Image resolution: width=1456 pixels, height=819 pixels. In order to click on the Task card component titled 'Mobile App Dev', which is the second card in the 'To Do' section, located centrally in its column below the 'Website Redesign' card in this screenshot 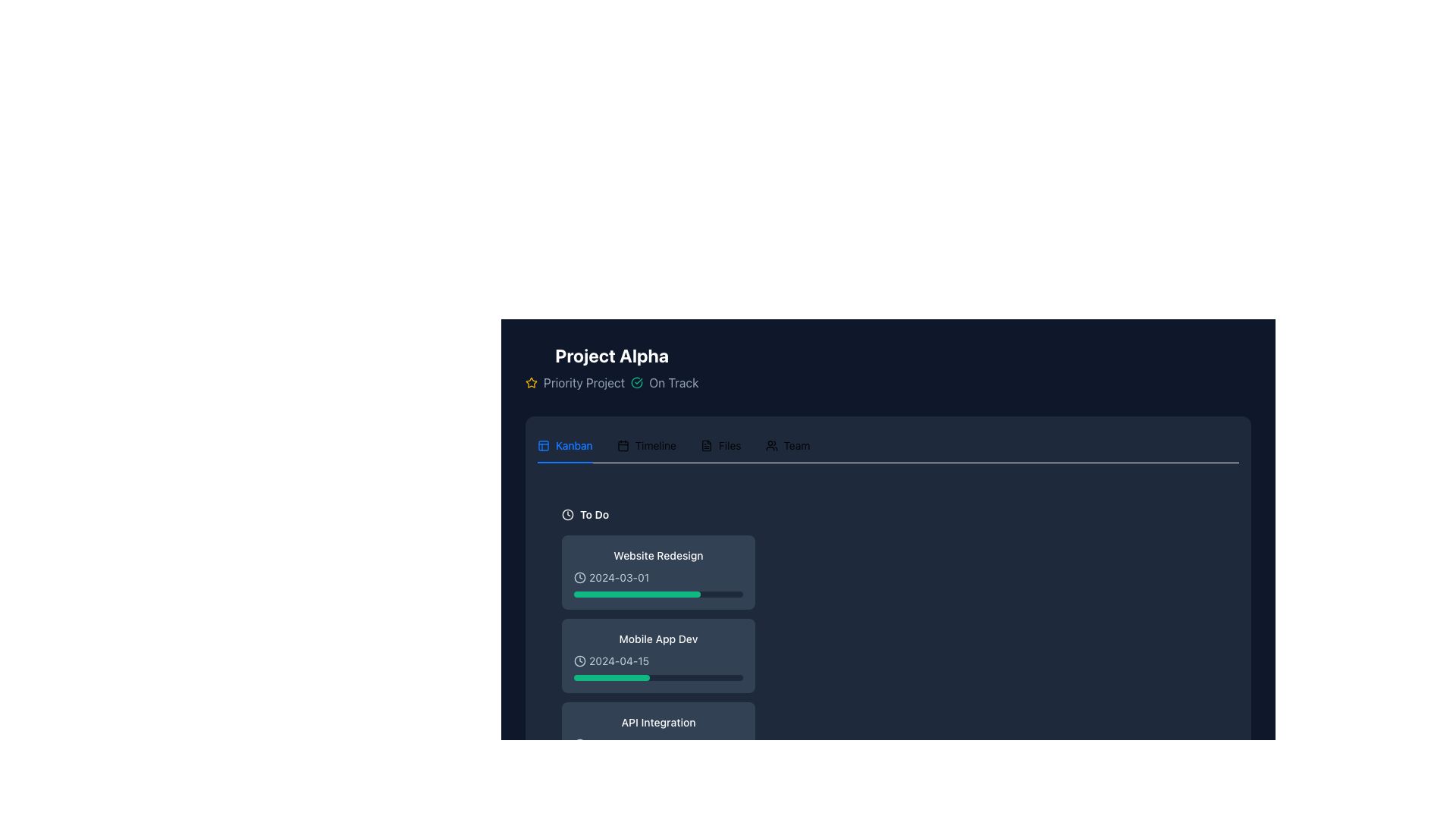, I will do `click(658, 646)`.